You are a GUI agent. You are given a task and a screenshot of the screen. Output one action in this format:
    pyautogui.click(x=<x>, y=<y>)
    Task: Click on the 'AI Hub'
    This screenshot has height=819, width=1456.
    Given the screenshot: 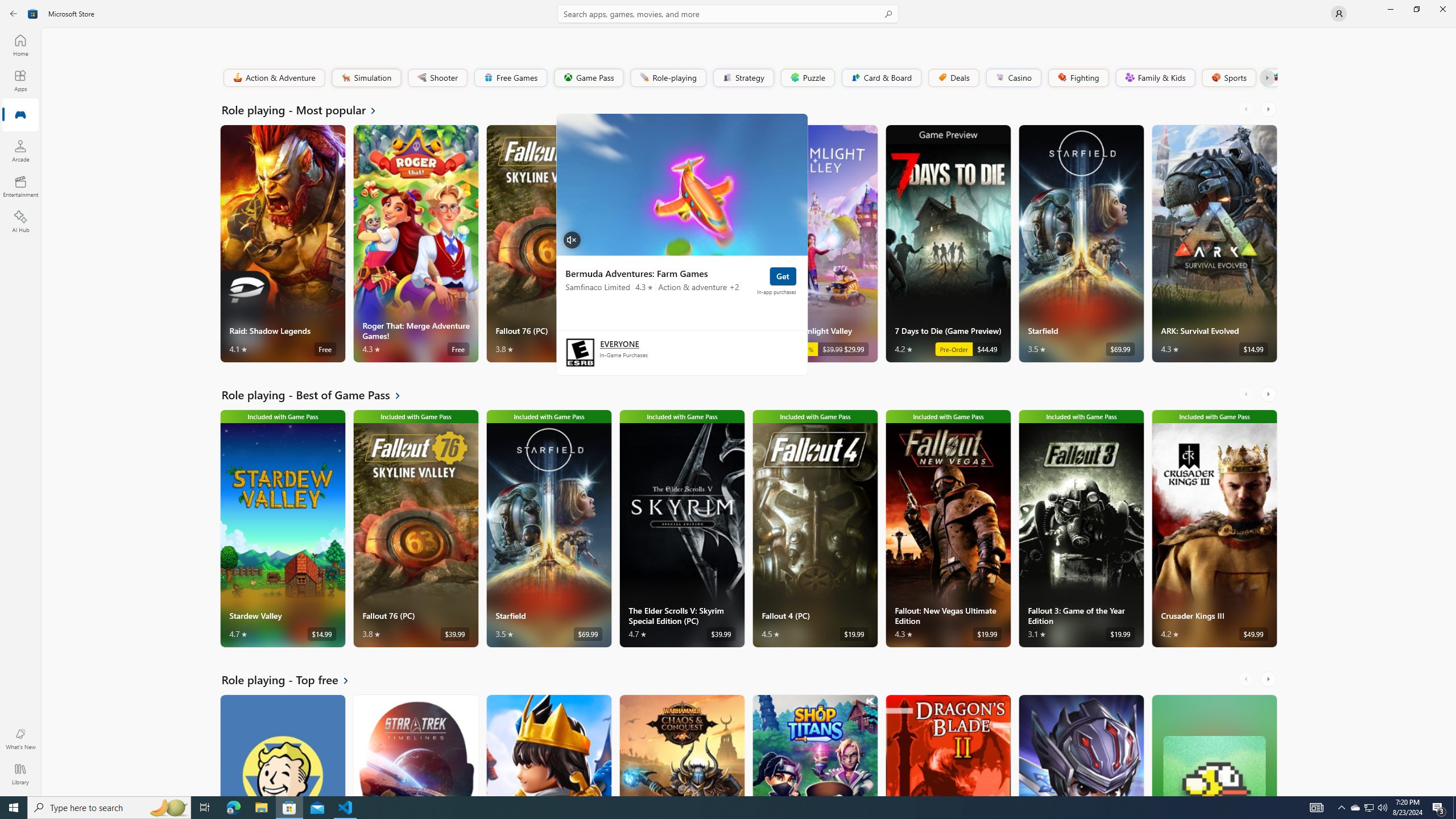 What is the action you would take?
    pyautogui.click(x=19, y=221)
    